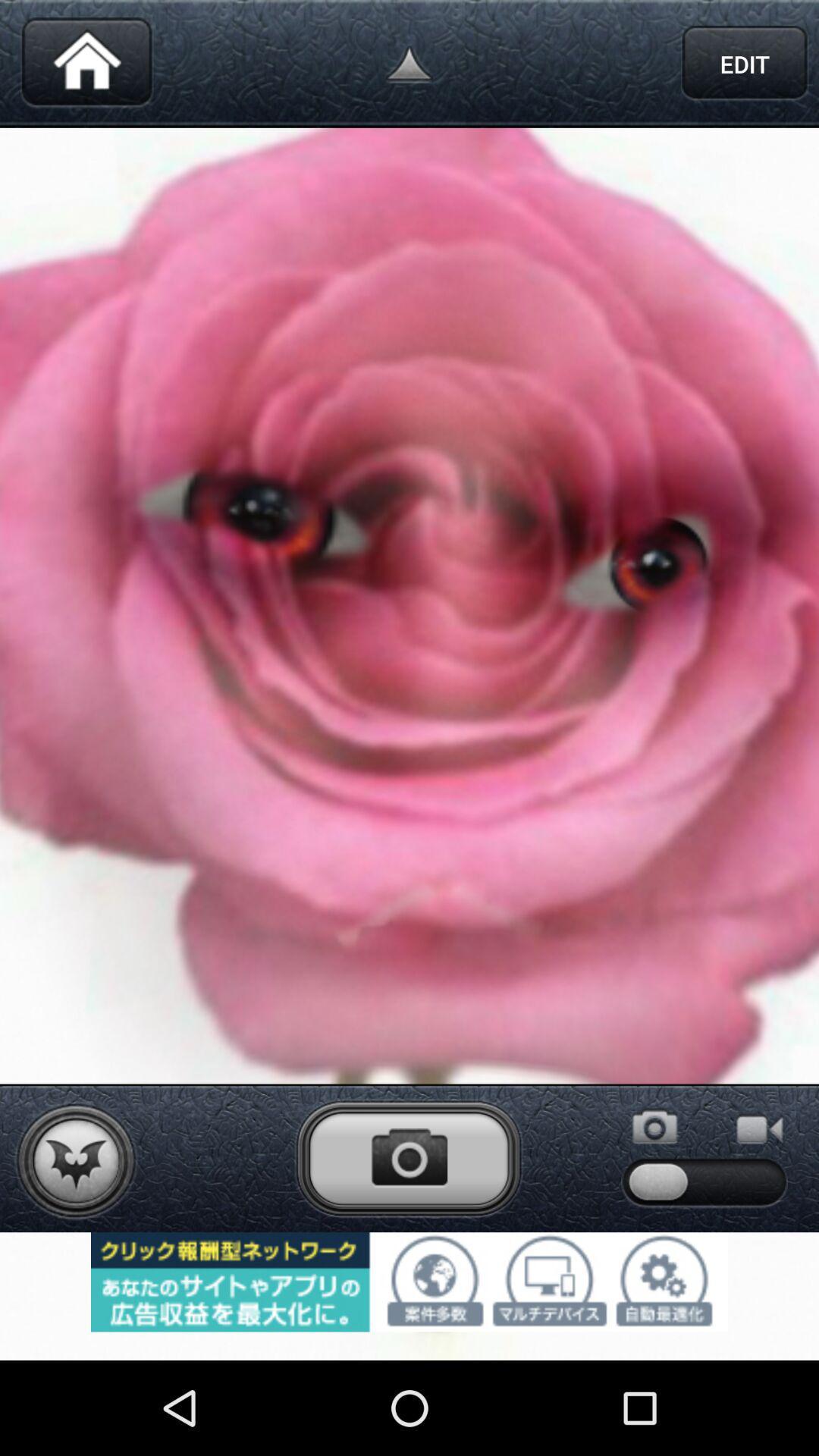 The image size is (819, 1456). What do you see at coordinates (409, 67) in the screenshot?
I see `the arrow_upward icon` at bounding box center [409, 67].